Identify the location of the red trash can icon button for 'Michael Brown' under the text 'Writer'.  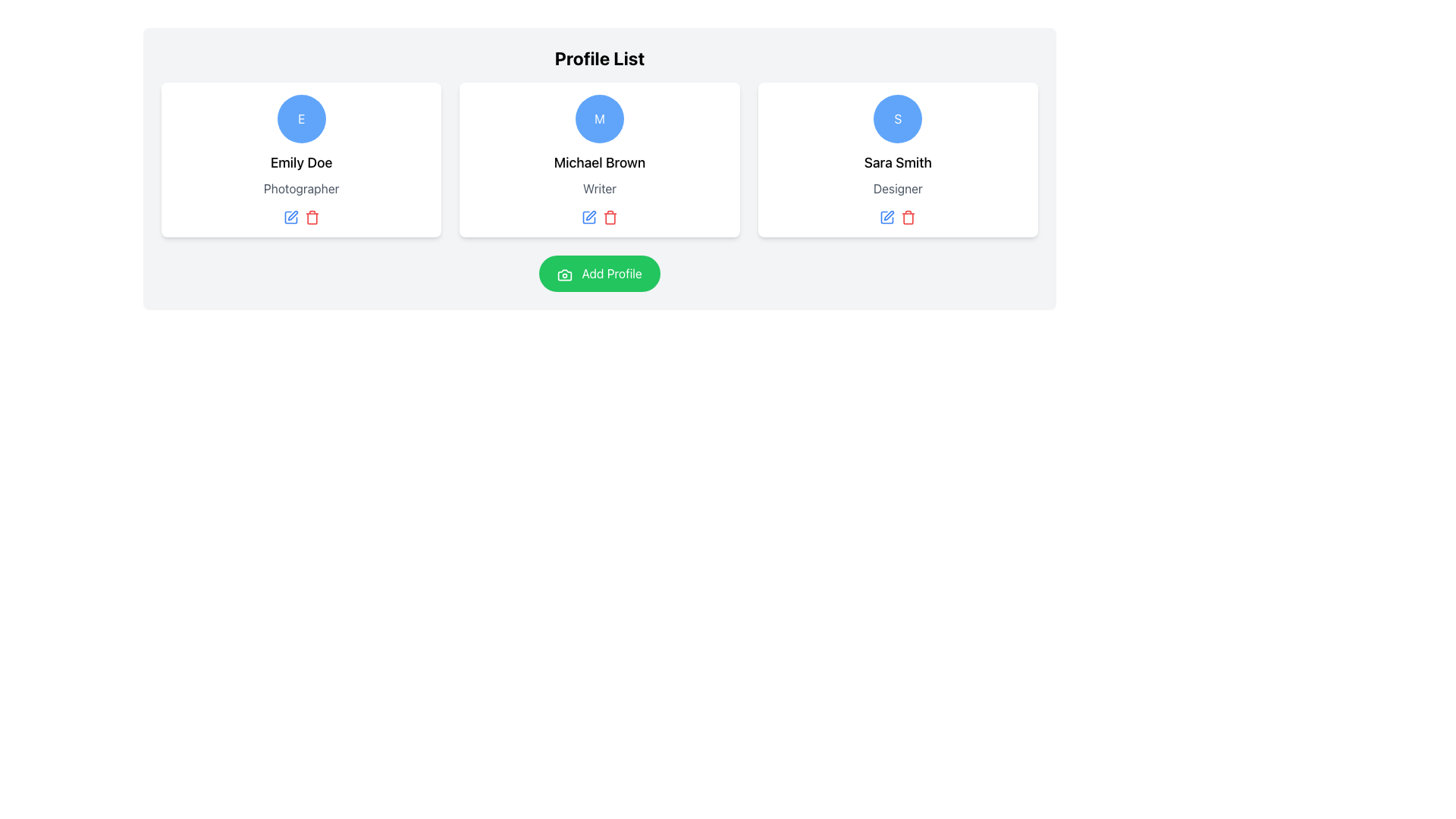
(610, 217).